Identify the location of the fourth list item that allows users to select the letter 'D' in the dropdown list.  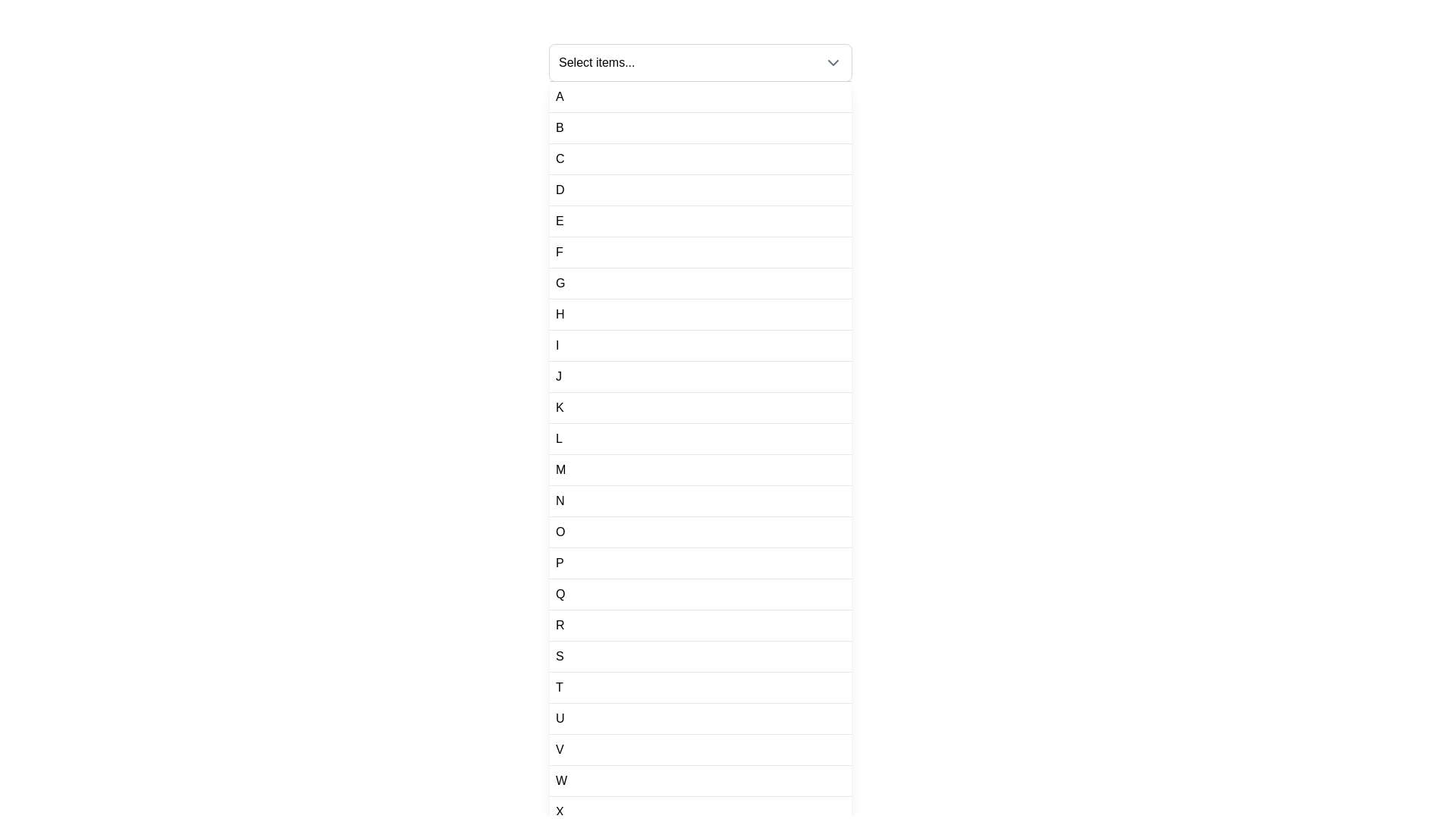
(700, 190).